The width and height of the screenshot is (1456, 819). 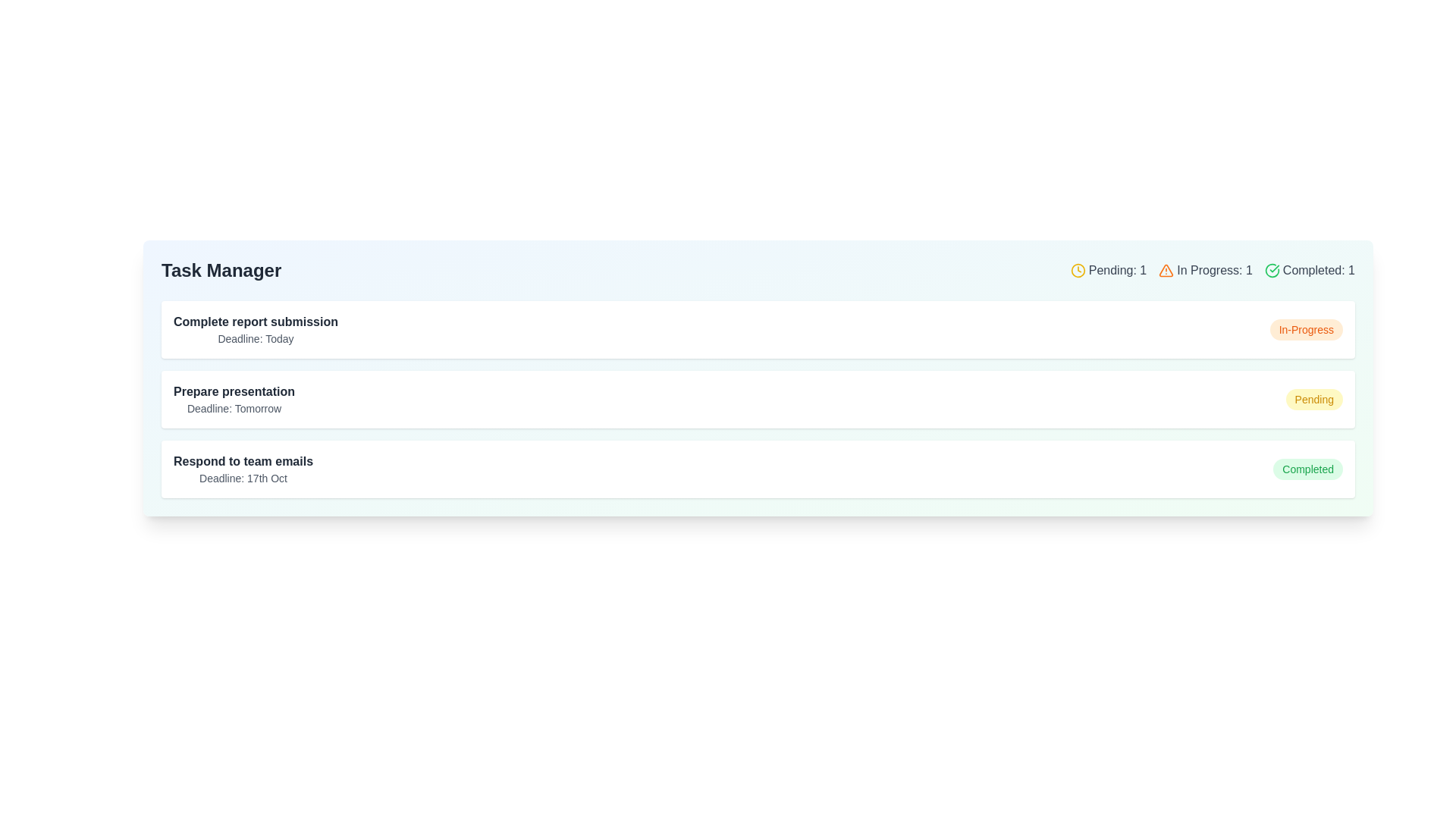 I want to click on text label located at the top-left section of the interface, which serves as a title or heading for the current view, so click(x=221, y=270).